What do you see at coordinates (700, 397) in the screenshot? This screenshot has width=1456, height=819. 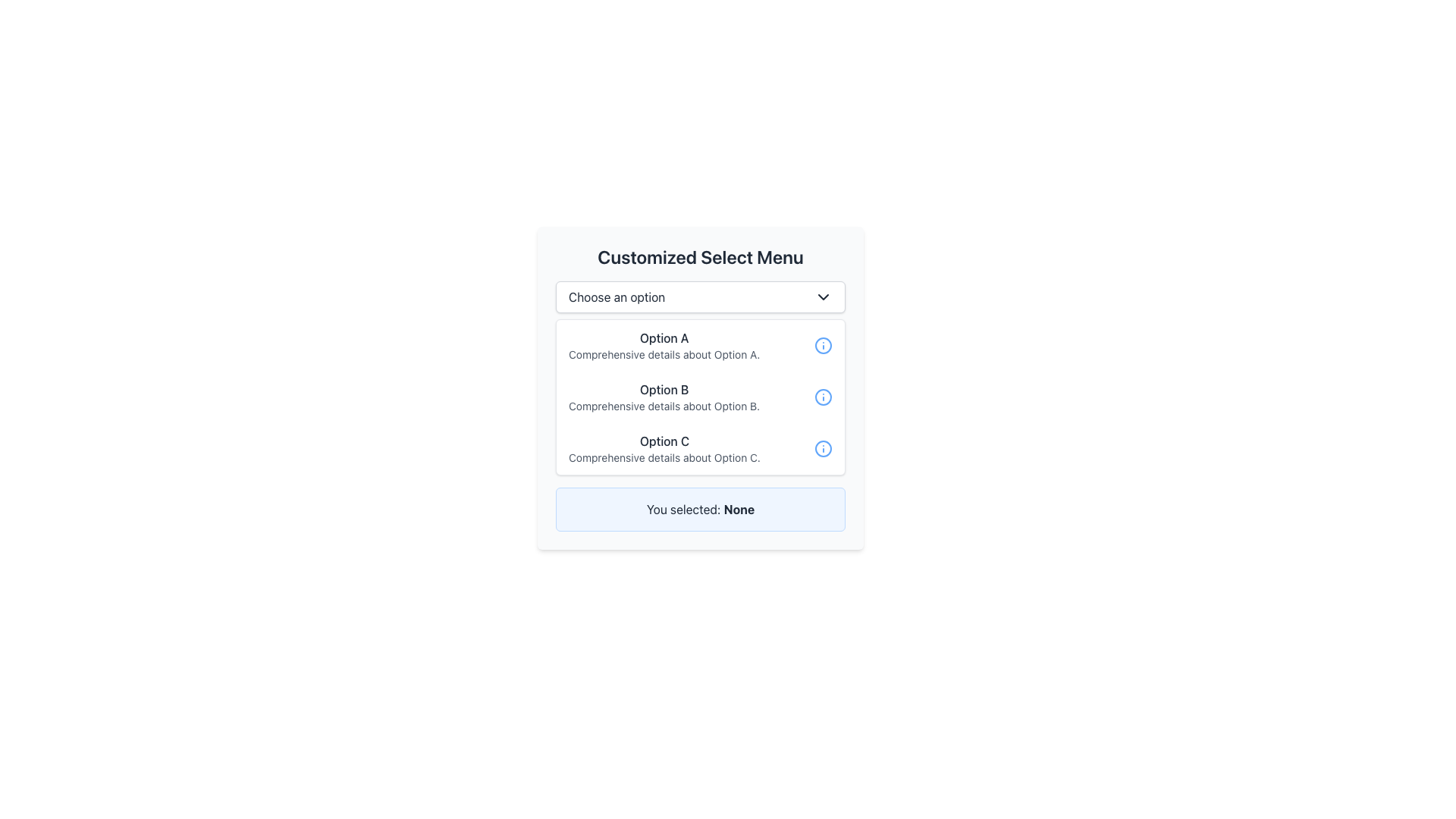 I see `the List item labeled 'Option B', which is the second option in a vertical list of three options` at bounding box center [700, 397].